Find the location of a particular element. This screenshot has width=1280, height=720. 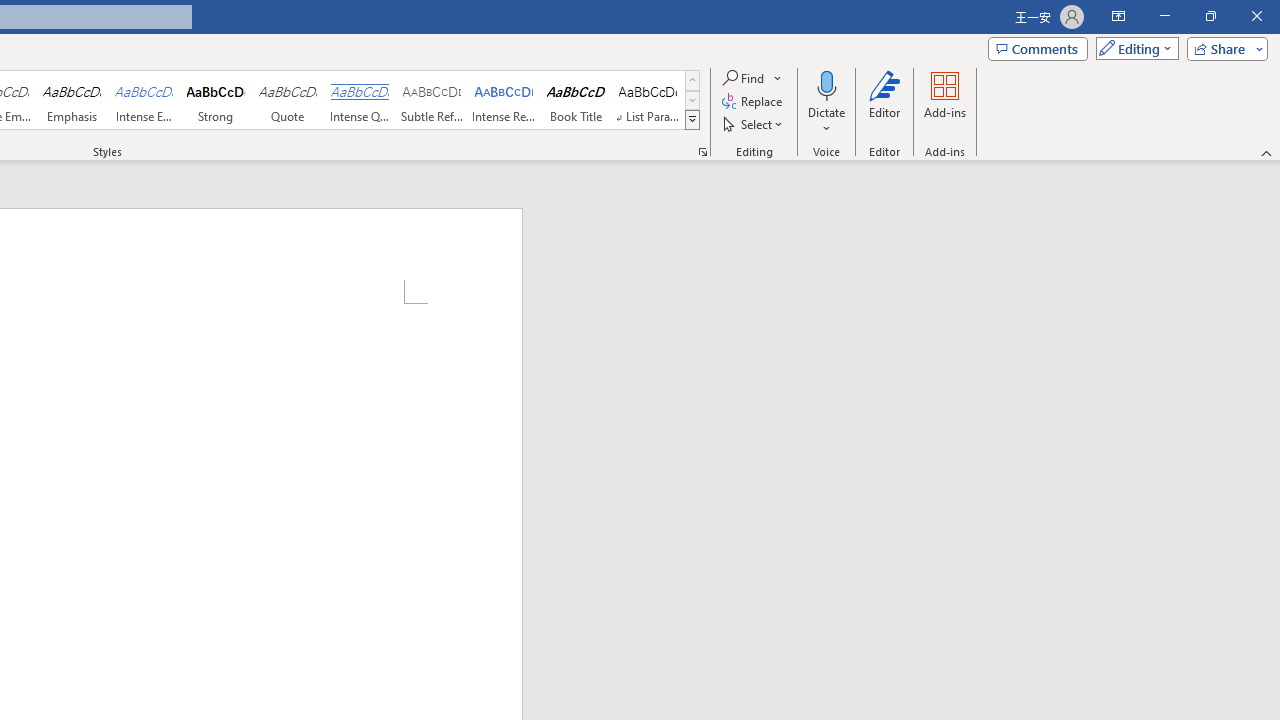

'Find' is located at coordinates (743, 77).